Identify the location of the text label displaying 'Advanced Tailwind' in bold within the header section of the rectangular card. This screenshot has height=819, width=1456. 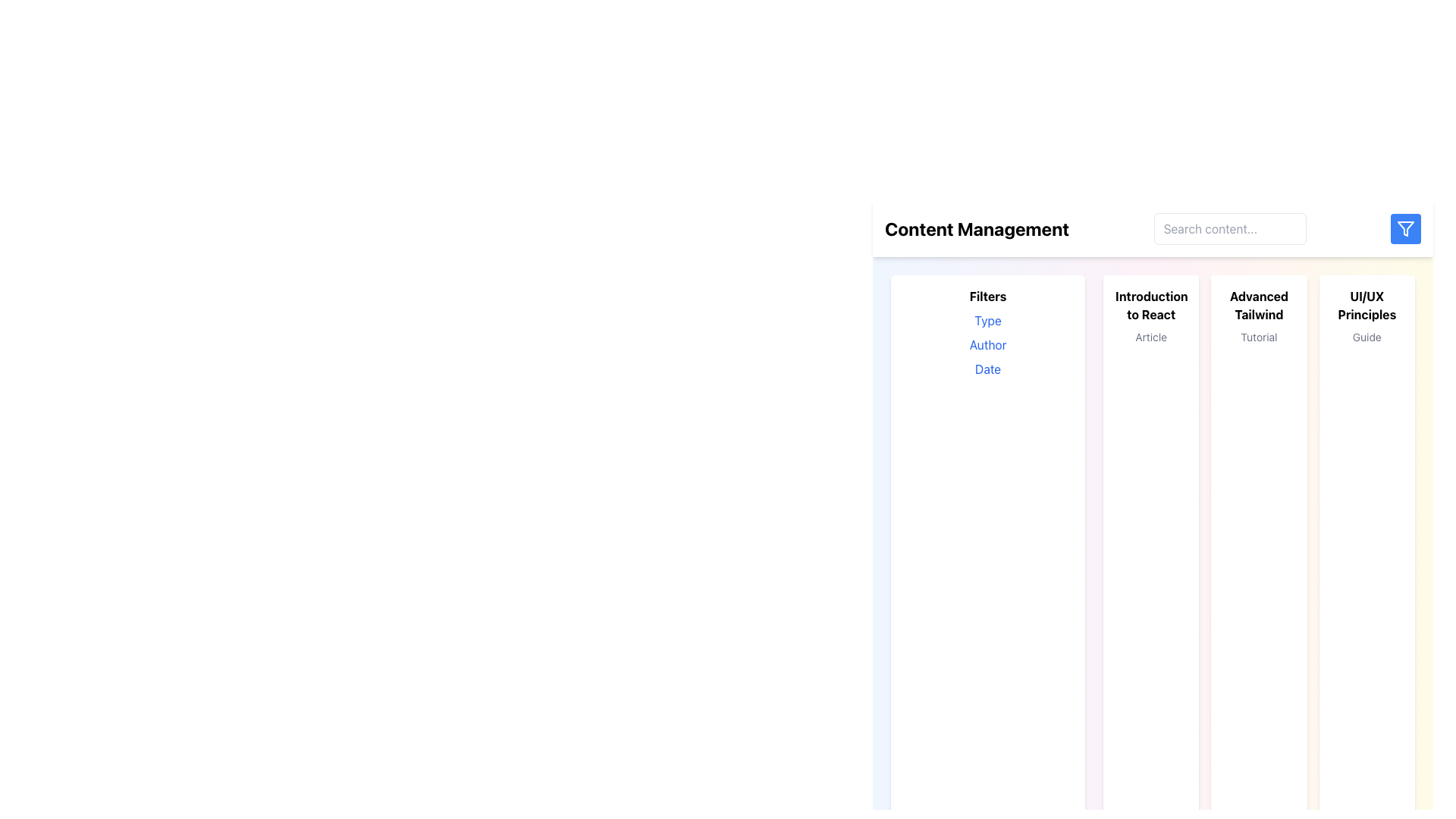
(1259, 305).